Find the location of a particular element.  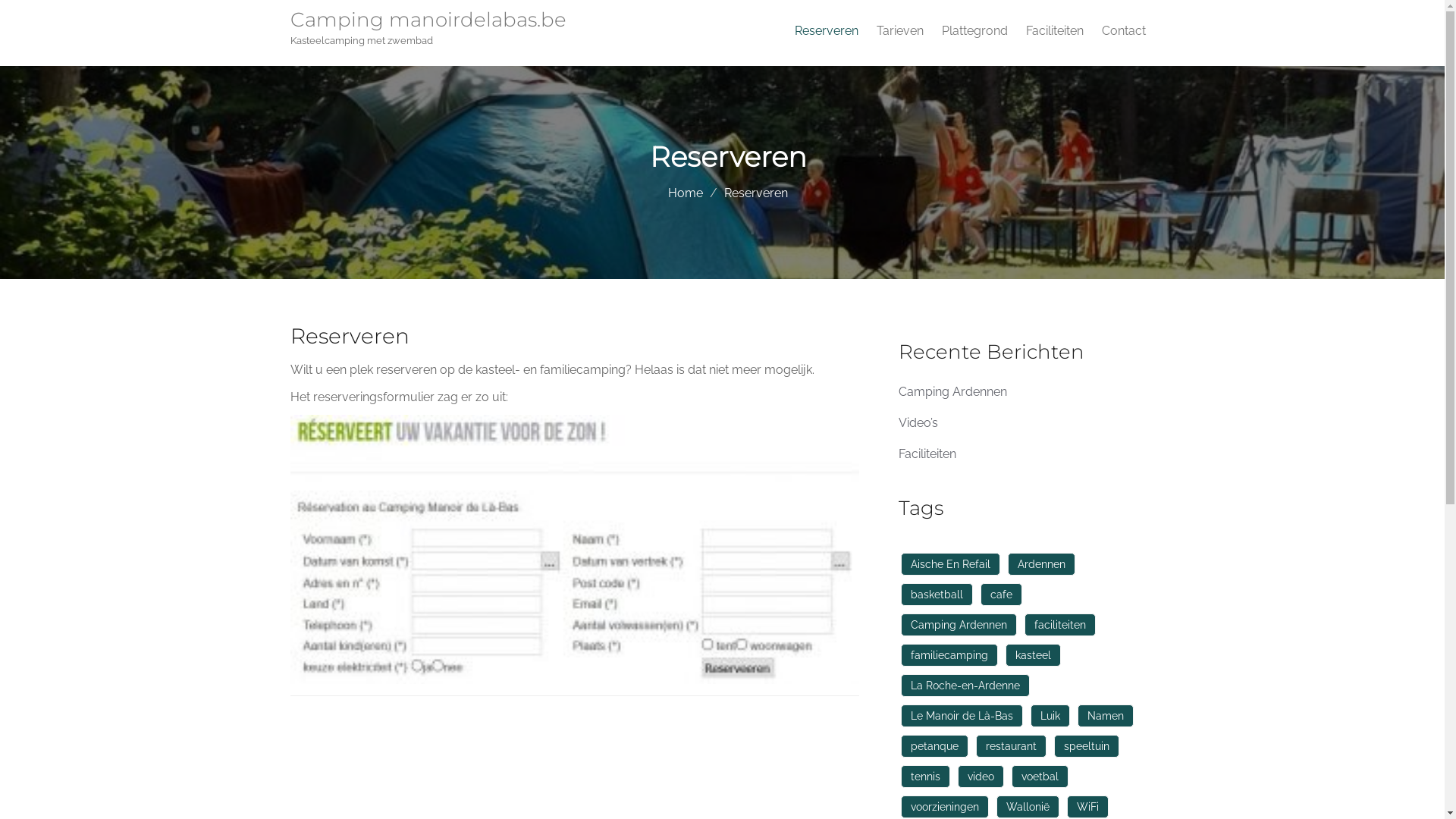

'Luik' is located at coordinates (1048, 716).